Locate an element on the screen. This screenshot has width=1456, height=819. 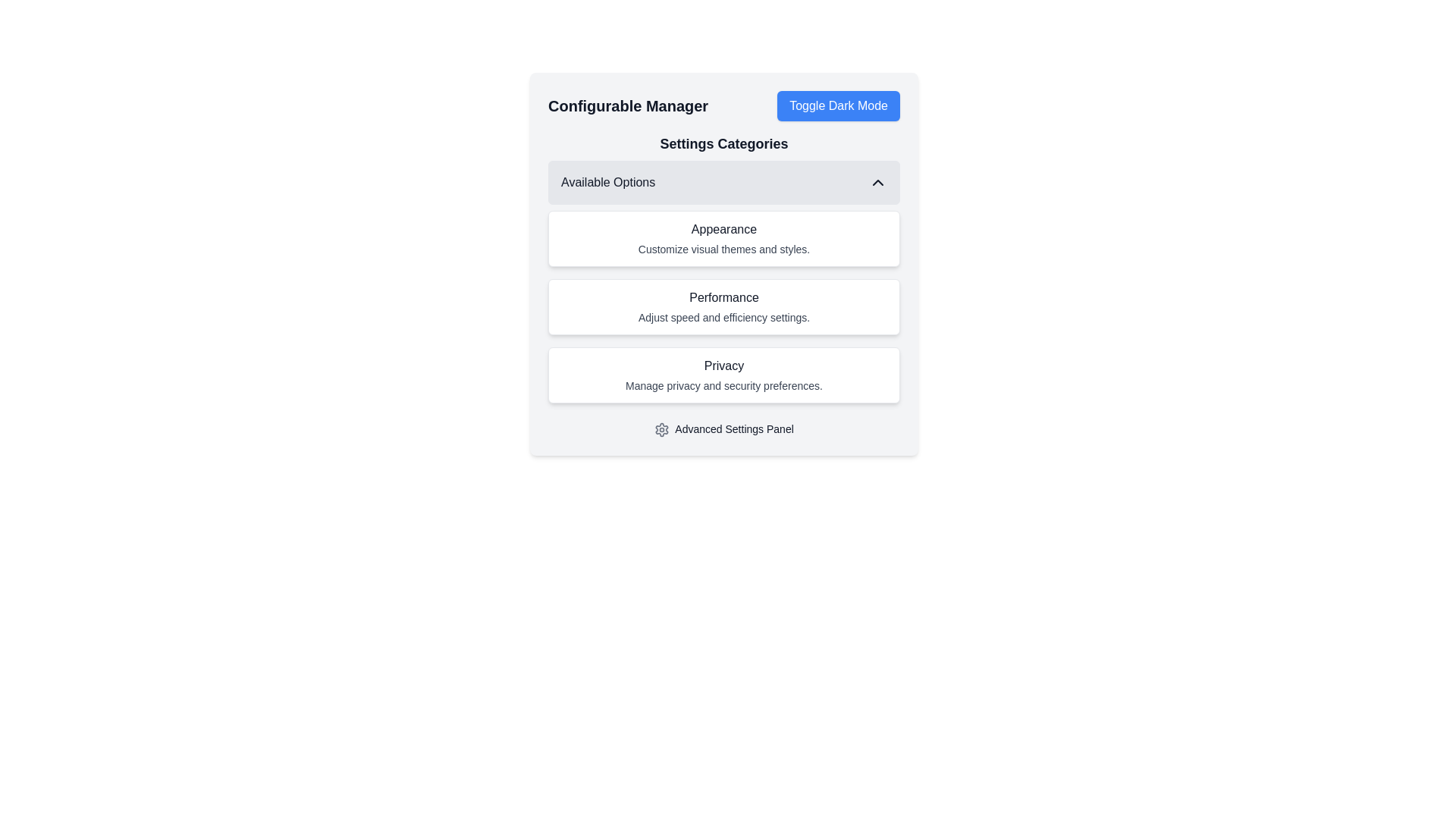
the Text Label positioned below the 'Configurable Manager' heading, which categorizes the content for 'Available Options.' is located at coordinates (723, 143).